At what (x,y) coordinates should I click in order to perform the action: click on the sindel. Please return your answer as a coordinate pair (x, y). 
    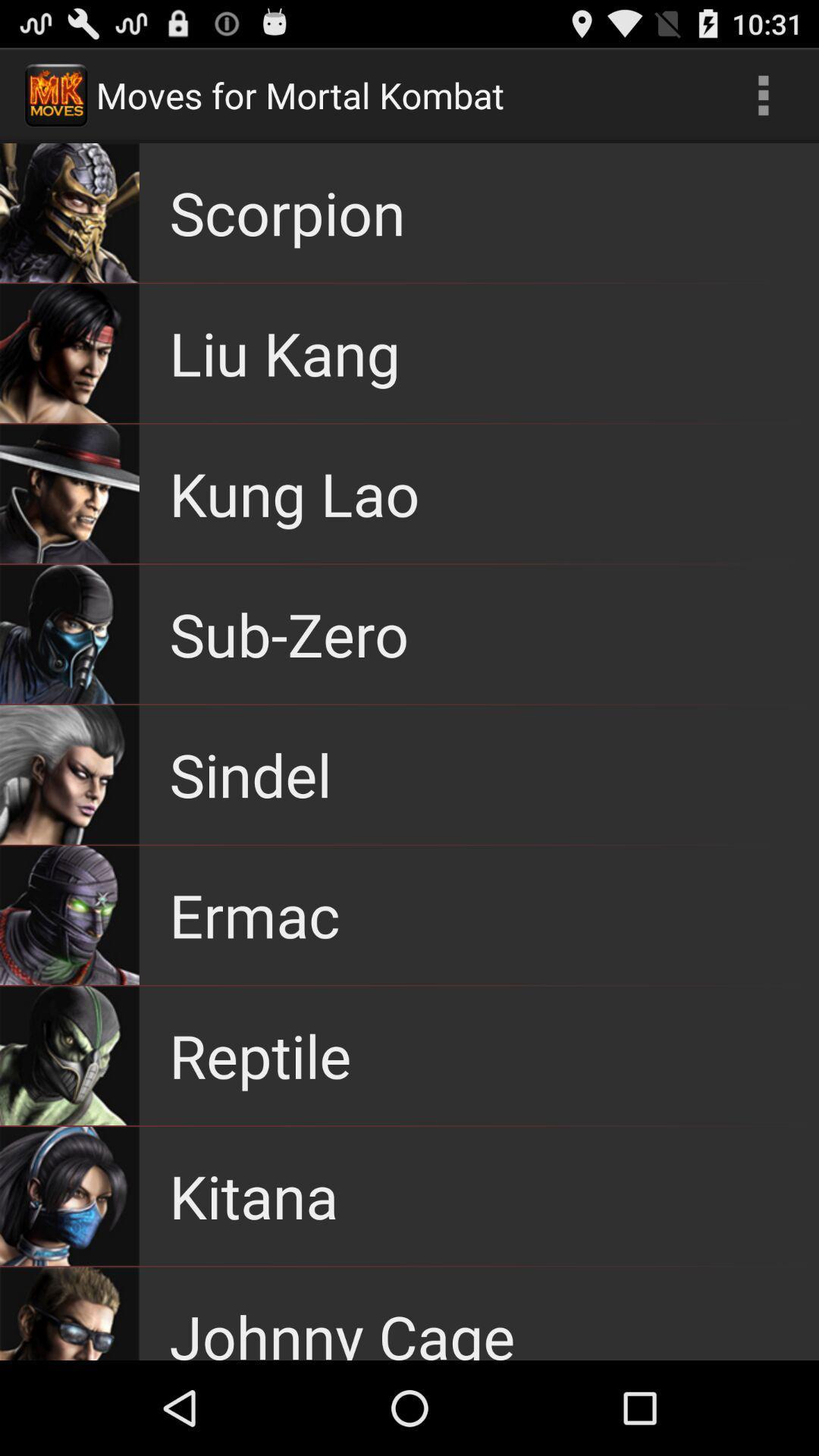
    Looking at the image, I should click on (249, 774).